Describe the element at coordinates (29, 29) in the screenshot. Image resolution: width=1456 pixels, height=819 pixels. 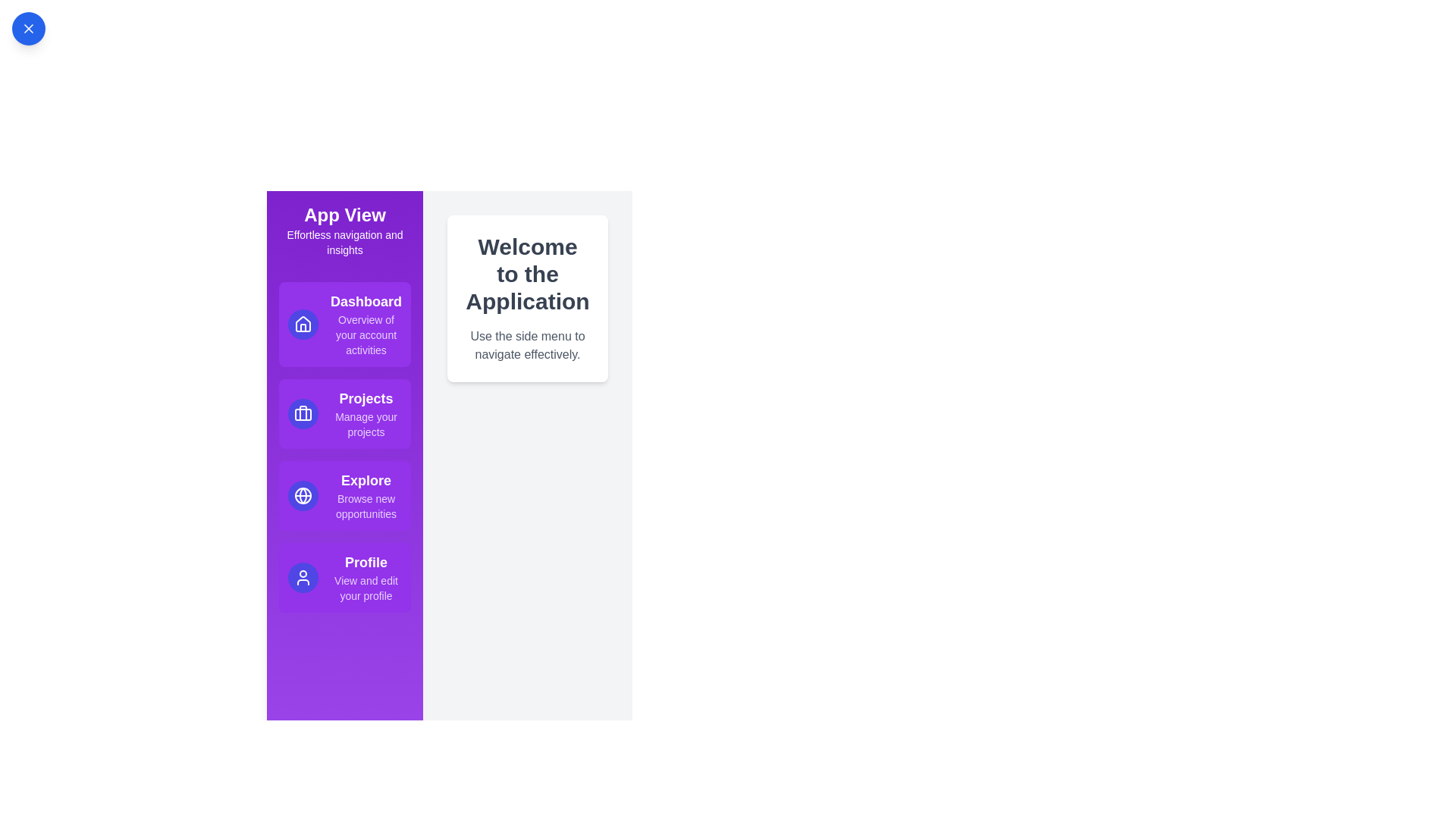
I see `the button in the top-left corner to toggle the drawer's visibility` at that location.